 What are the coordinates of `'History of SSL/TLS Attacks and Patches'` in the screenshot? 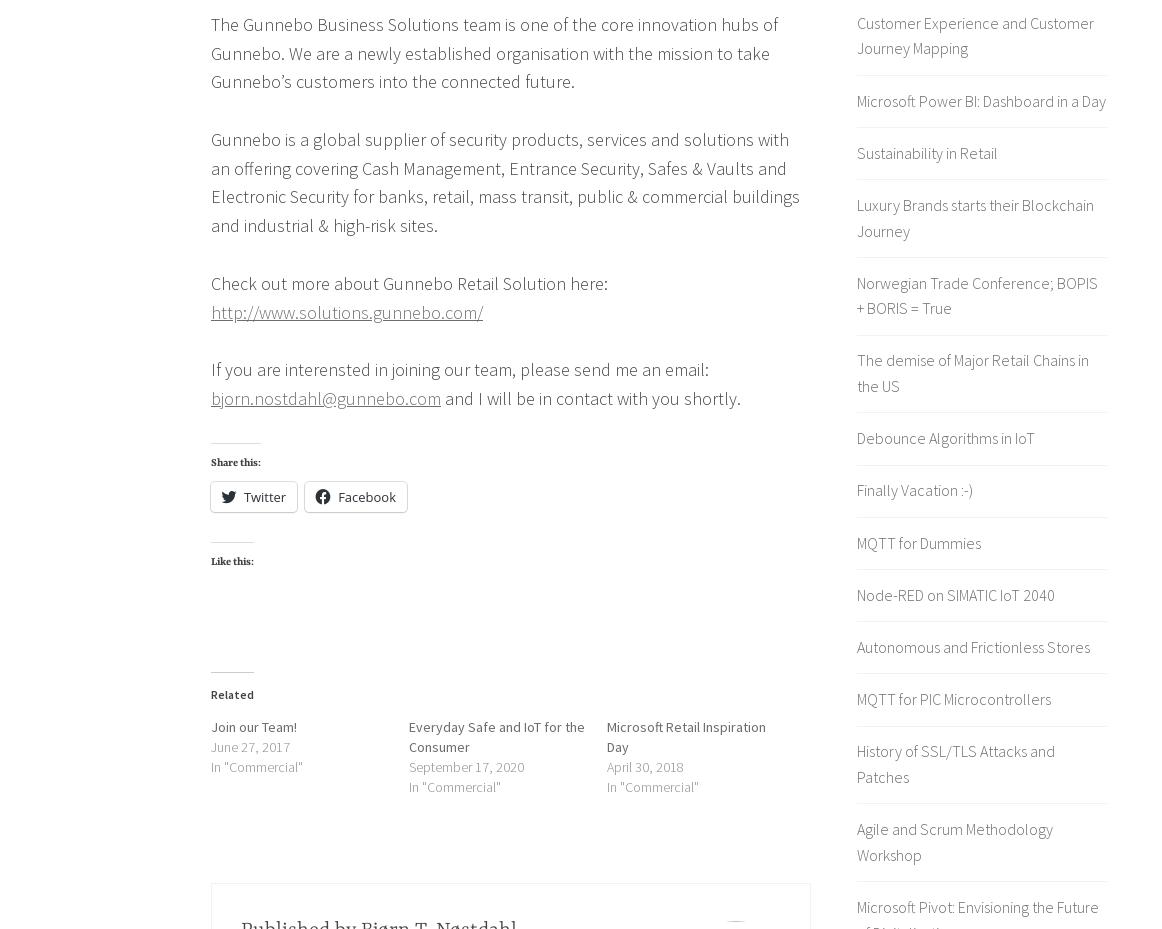 It's located at (856, 762).